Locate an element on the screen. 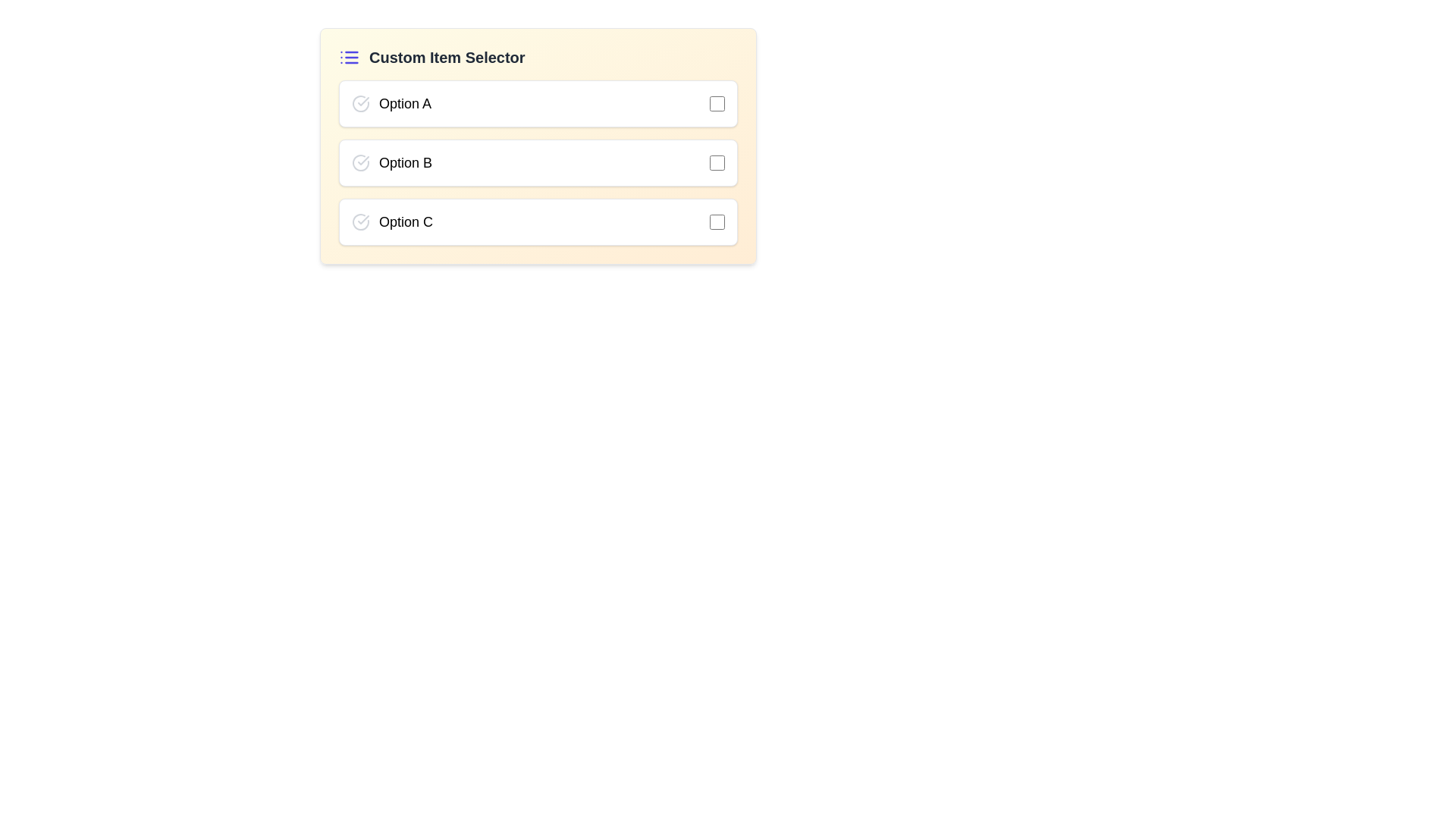 Image resolution: width=1456 pixels, height=819 pixels. the small checkmark icon displayed within the circular outline of 'Option B' in the 'Custom Item Selector' component is located at coordinates (362, 161).